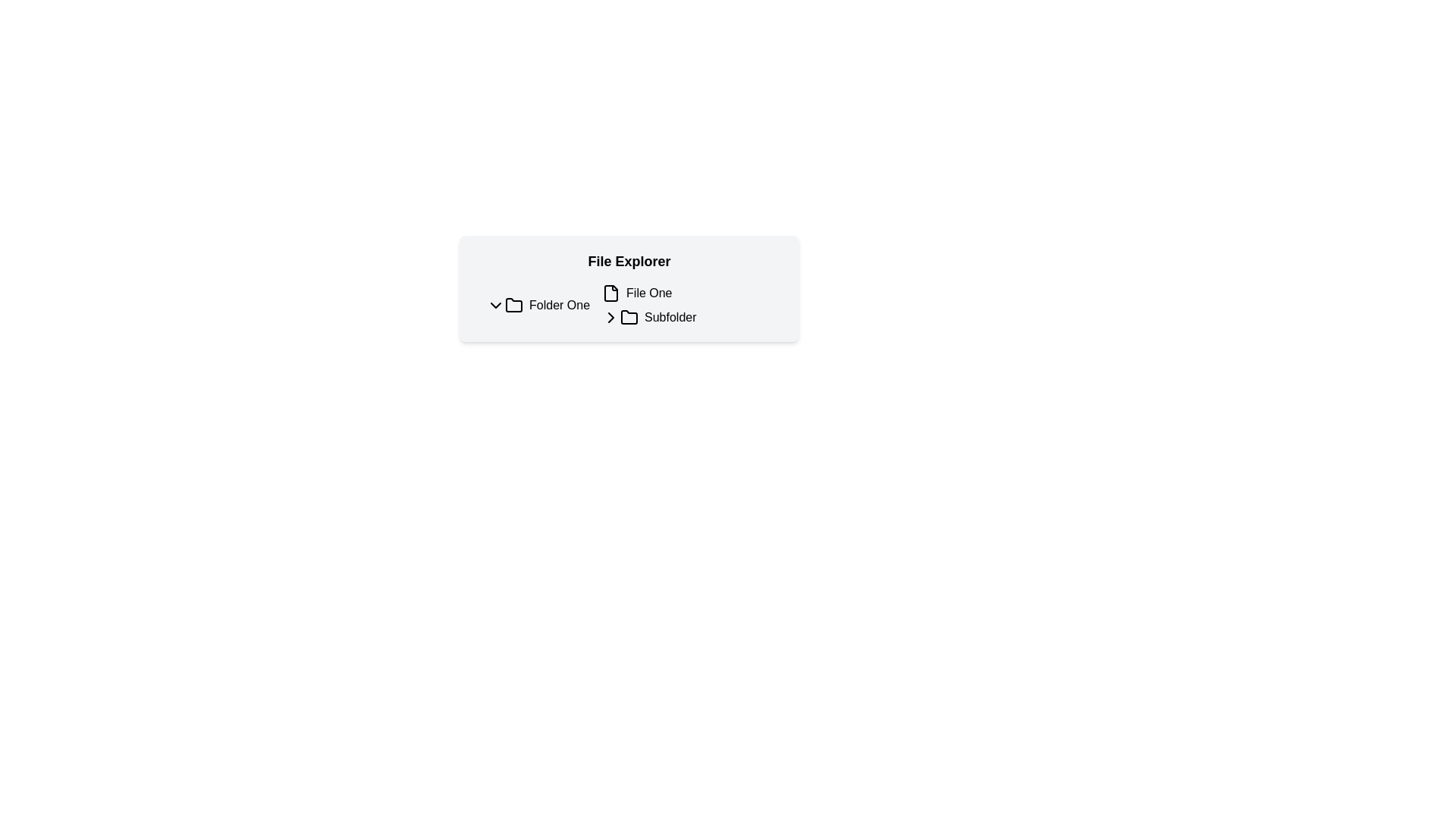 Image resolution: width=1456 pixels, height=819 pixels. I want to click on the black file icon located to the left of the label 'File One', so click(611, 293).